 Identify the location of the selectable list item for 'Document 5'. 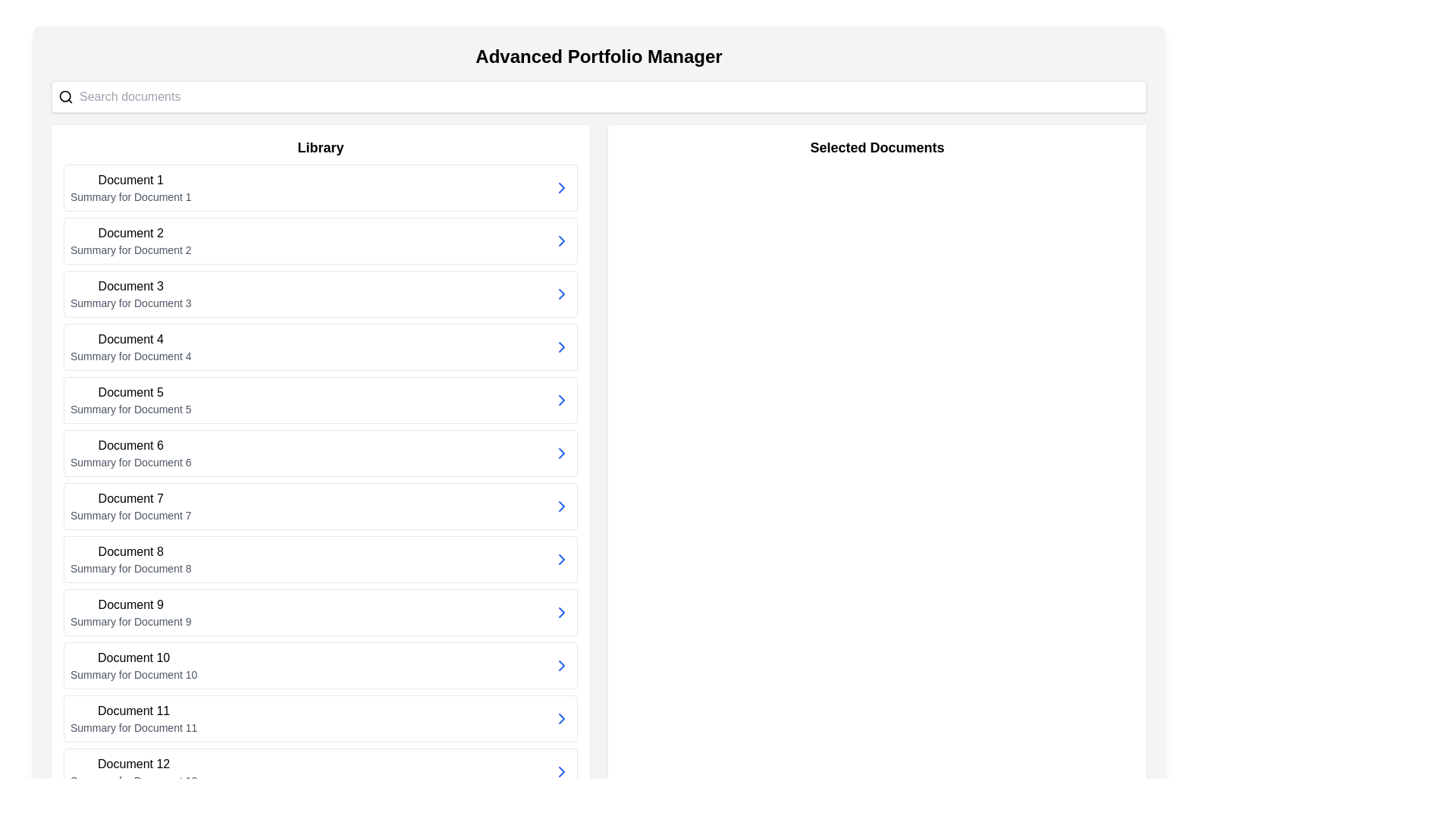
(319, 400).